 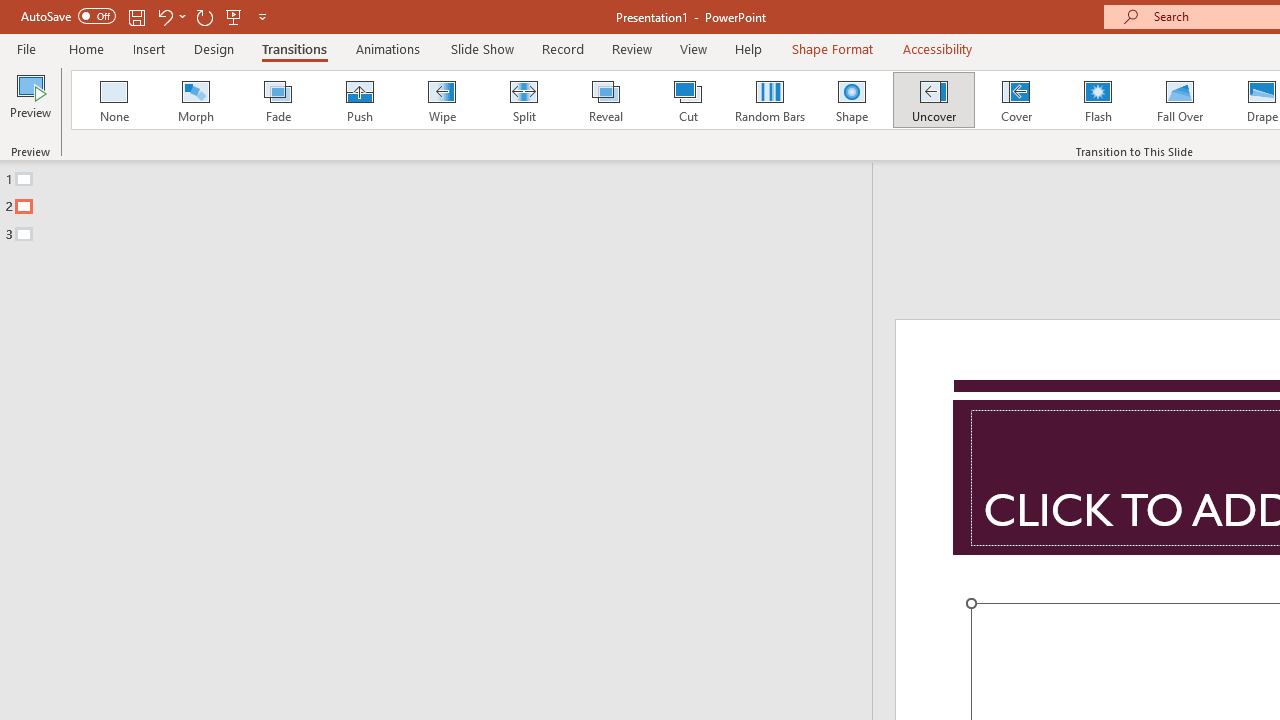 What do you see at coordinates (604, 100) in the screenshot?
I see `'Reveal'` at bounding box center [604, 100].